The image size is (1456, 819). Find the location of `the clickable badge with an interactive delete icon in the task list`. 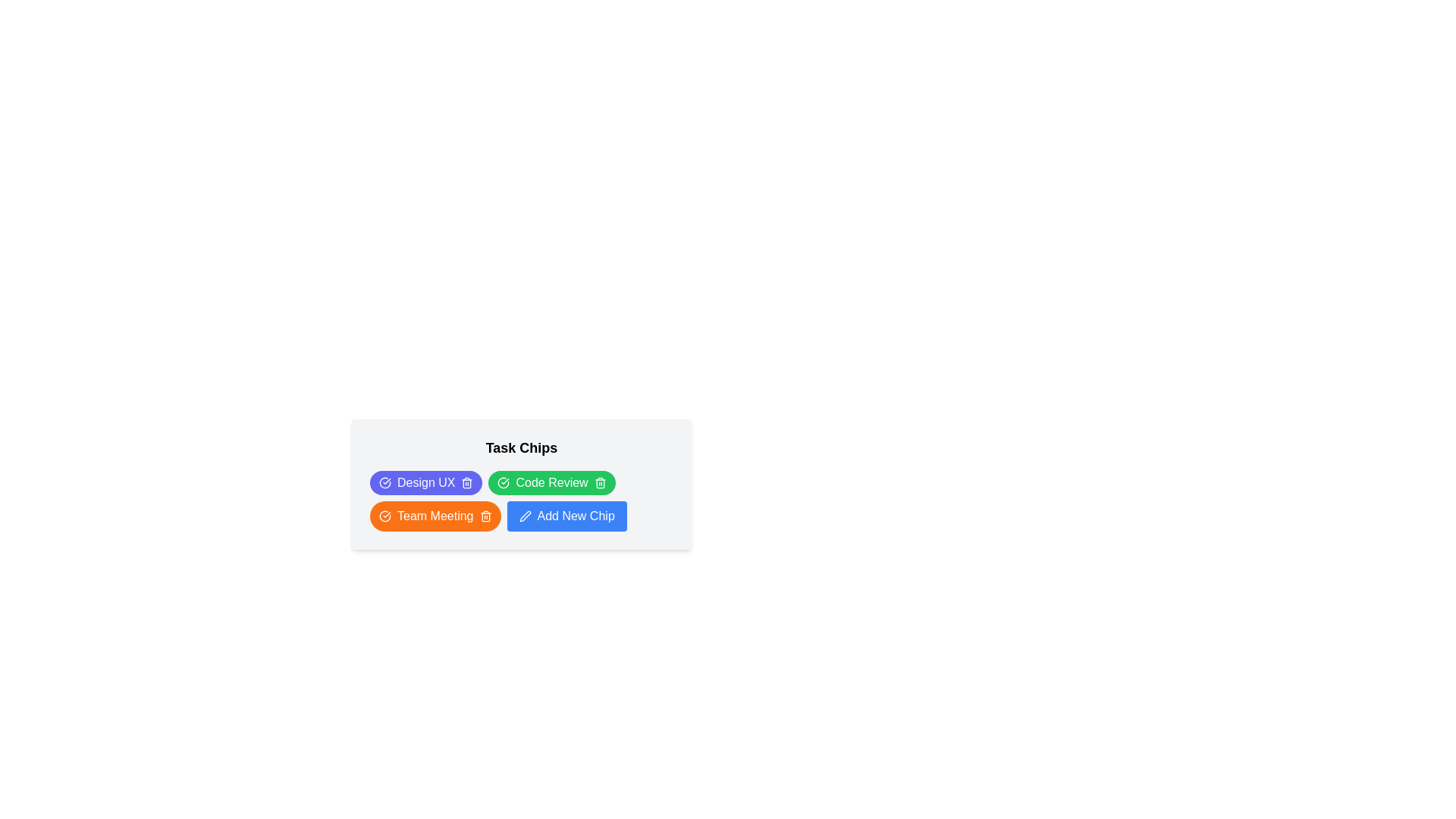

the clickable badge with an interactive delete icon in the task list is located at coordinates (435, 516).